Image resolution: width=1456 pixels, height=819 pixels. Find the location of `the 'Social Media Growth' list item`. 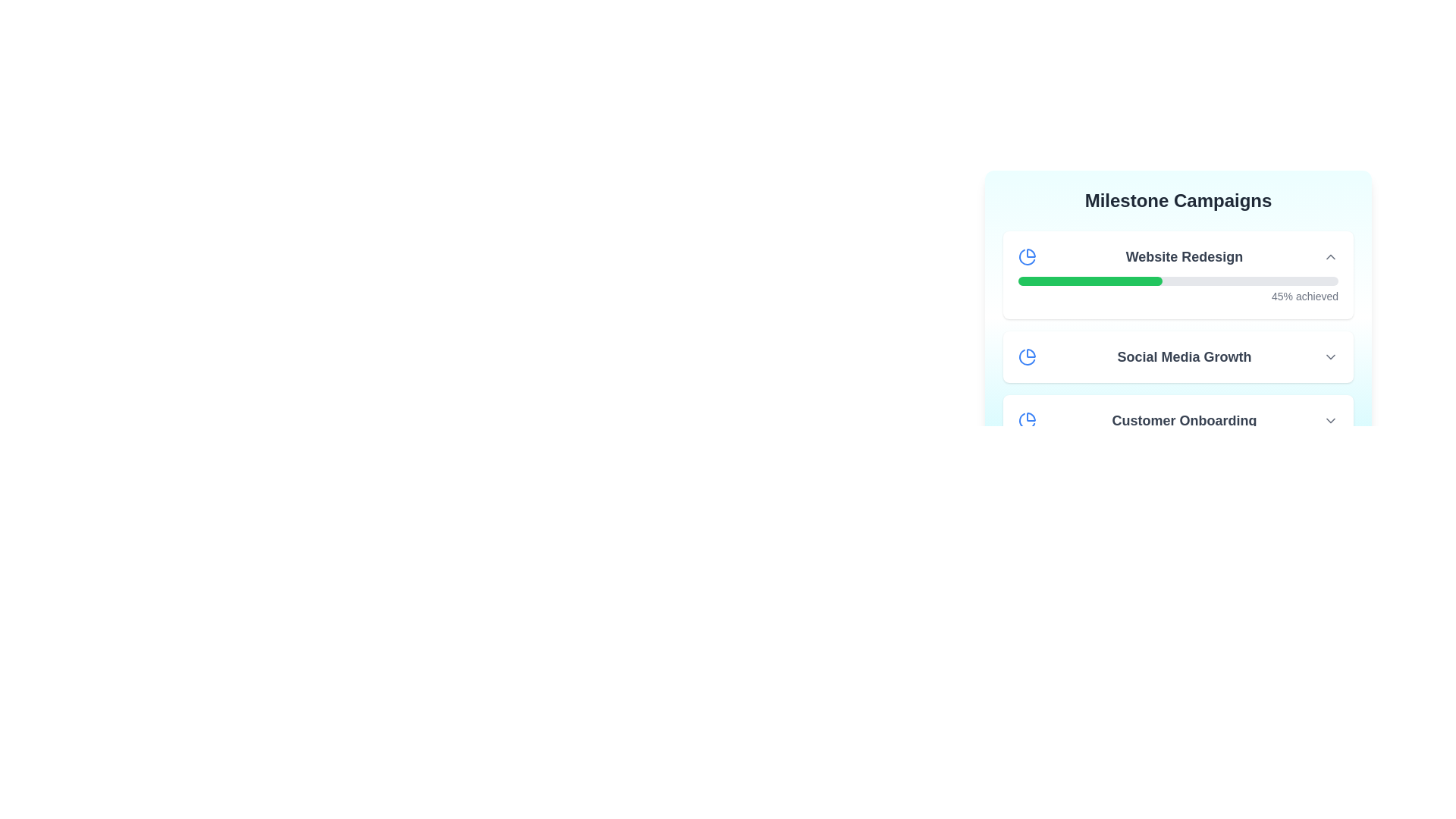

the 'Social Media Growth' list item is located at coordinates (1178, 356).